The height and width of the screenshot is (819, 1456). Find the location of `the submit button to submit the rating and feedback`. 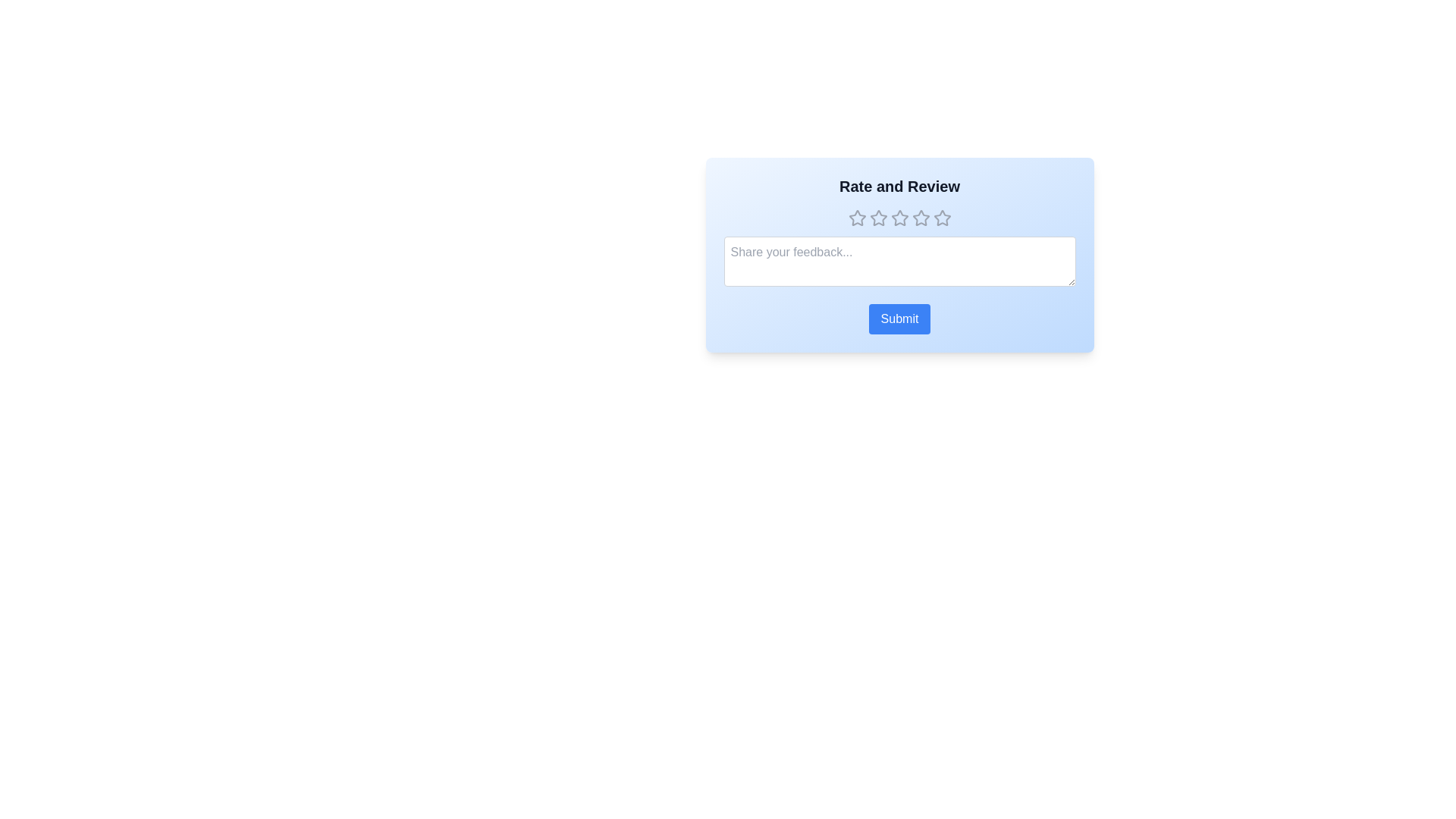

the submit button to submit the rating and feedback is located at coordinates (899, 318).